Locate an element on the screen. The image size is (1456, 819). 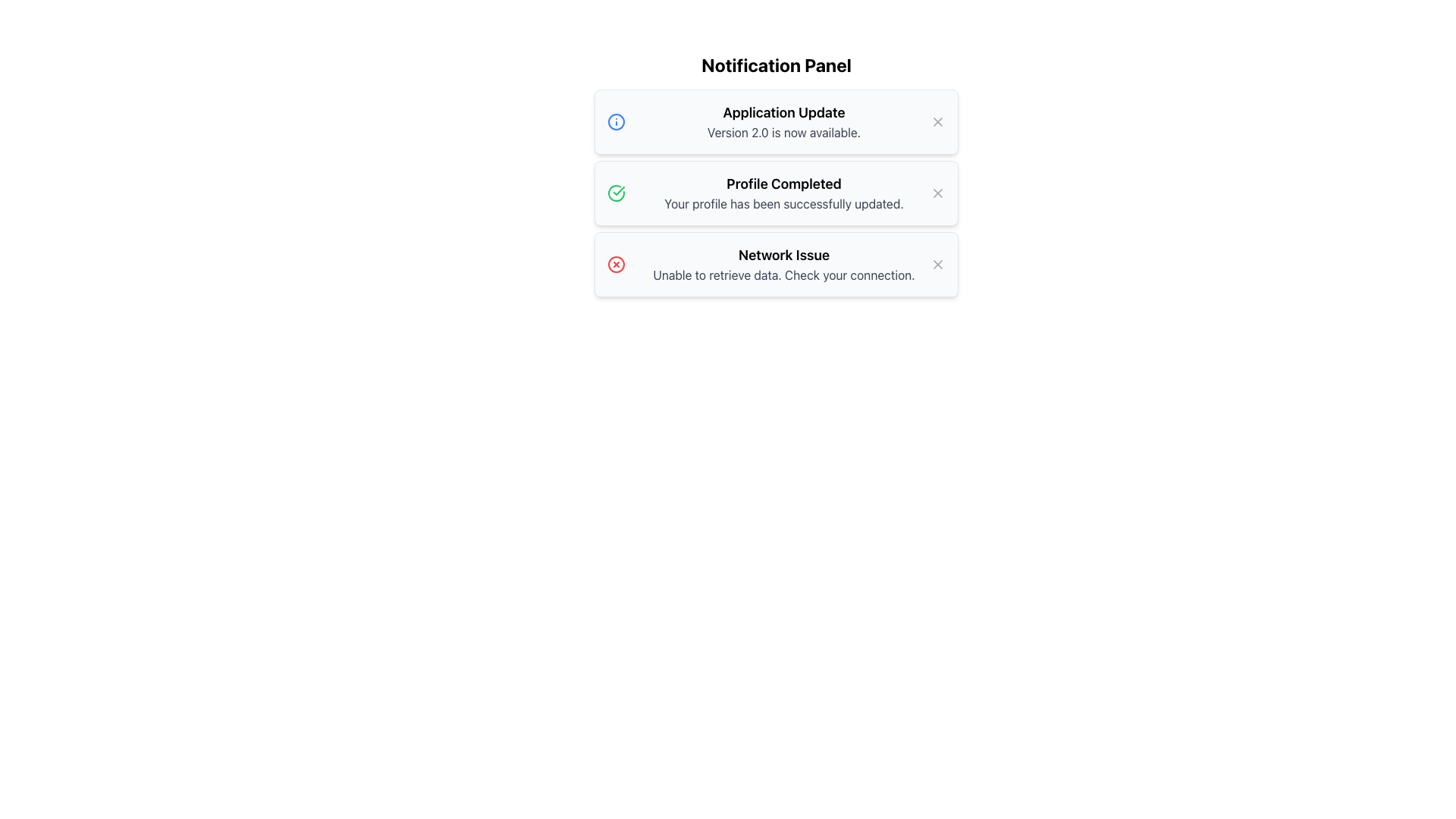
the success icon located to the left of the 'Profile Completed' notification text in the second card of the notification panel is located at coordinates (619, 190).